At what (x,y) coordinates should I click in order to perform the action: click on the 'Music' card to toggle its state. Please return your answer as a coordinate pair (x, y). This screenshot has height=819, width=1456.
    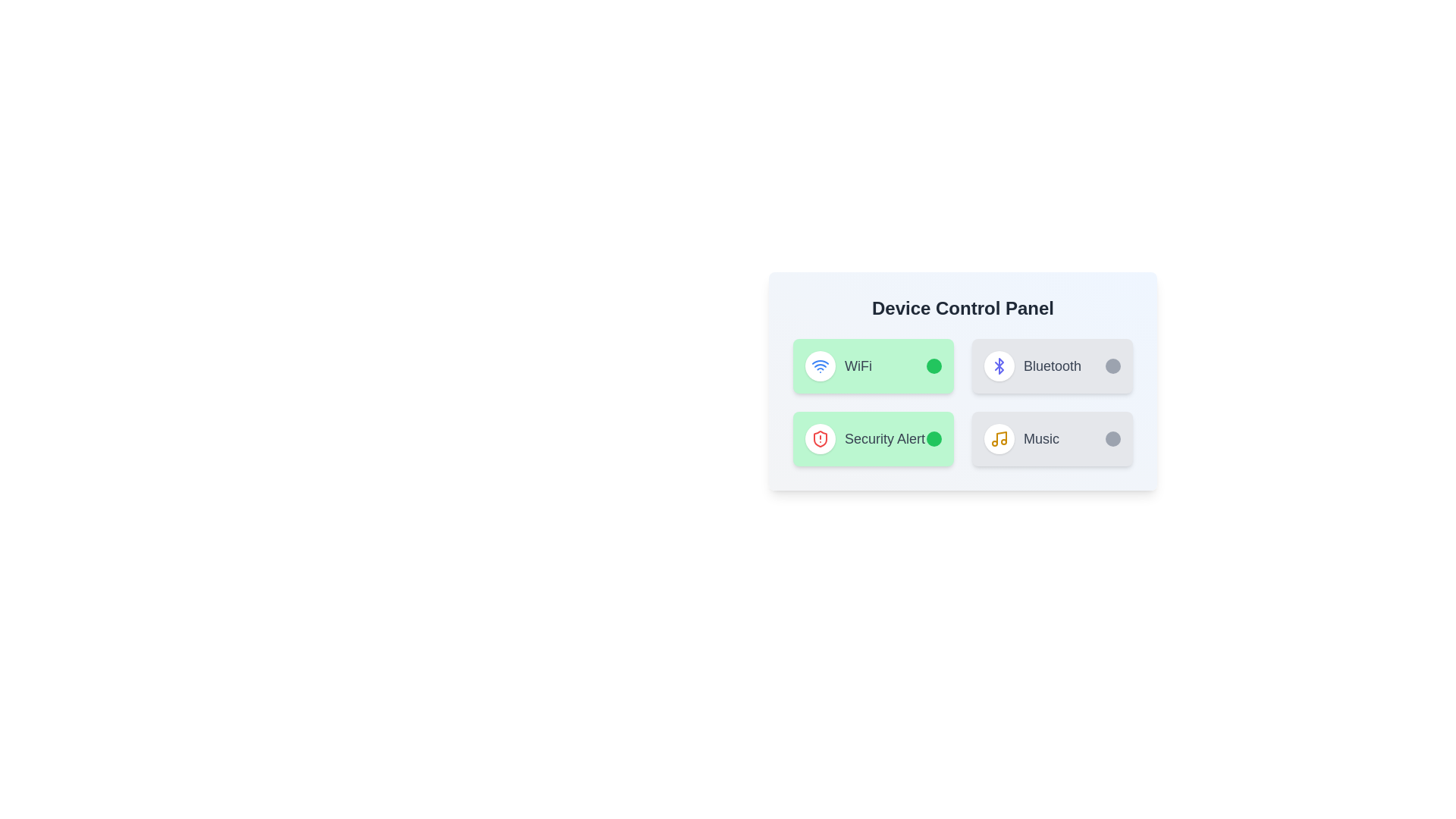
    Looking at the image, I should click on (1051, 438).